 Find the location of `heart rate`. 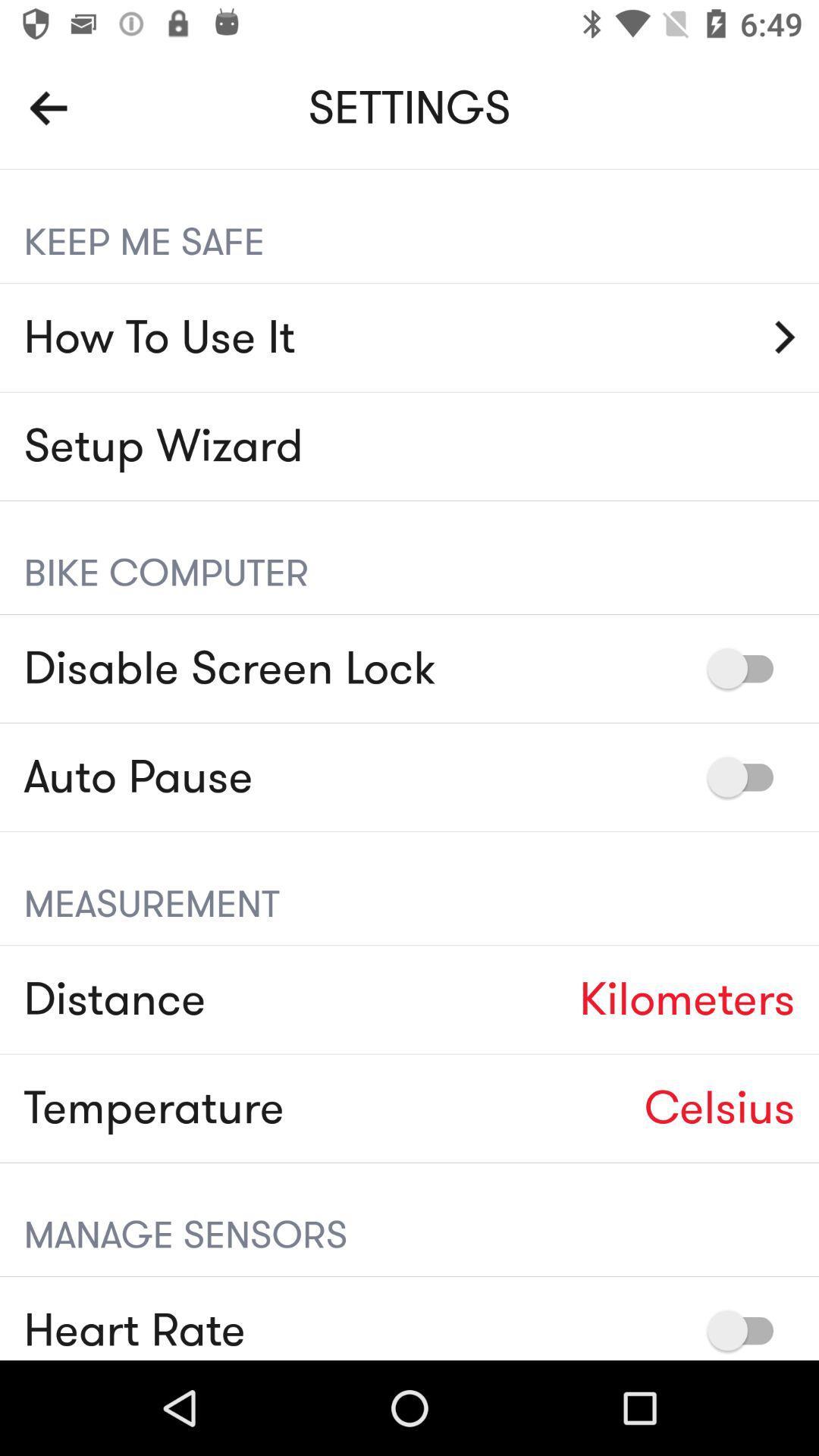

heart rate is located at coordinates (747, 1329).